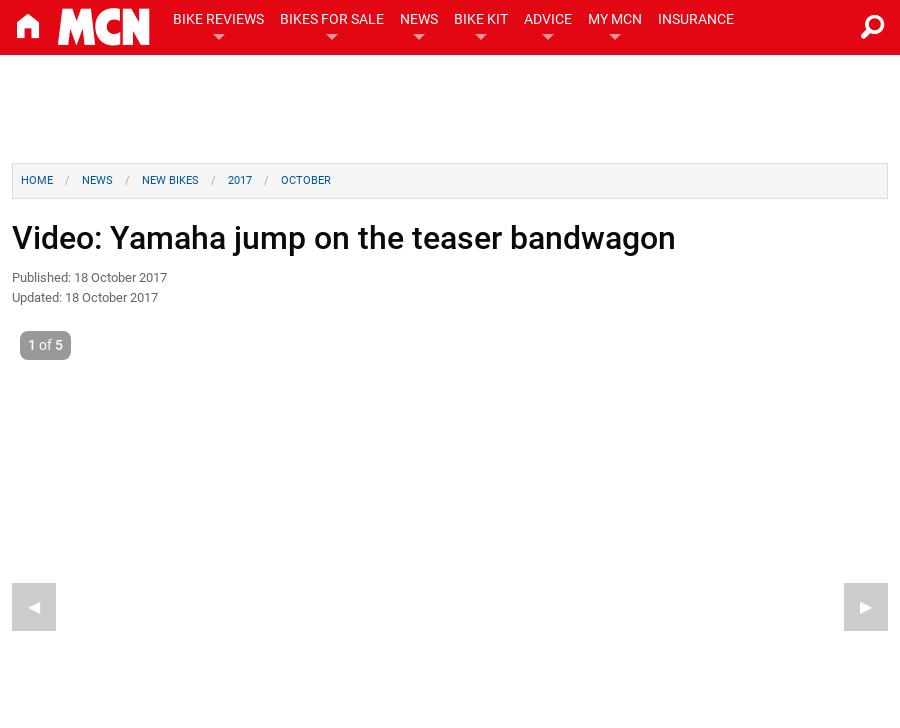  Describe the element at coordinates (239, 180) in the screenshot. I see `'2017'` at that location.